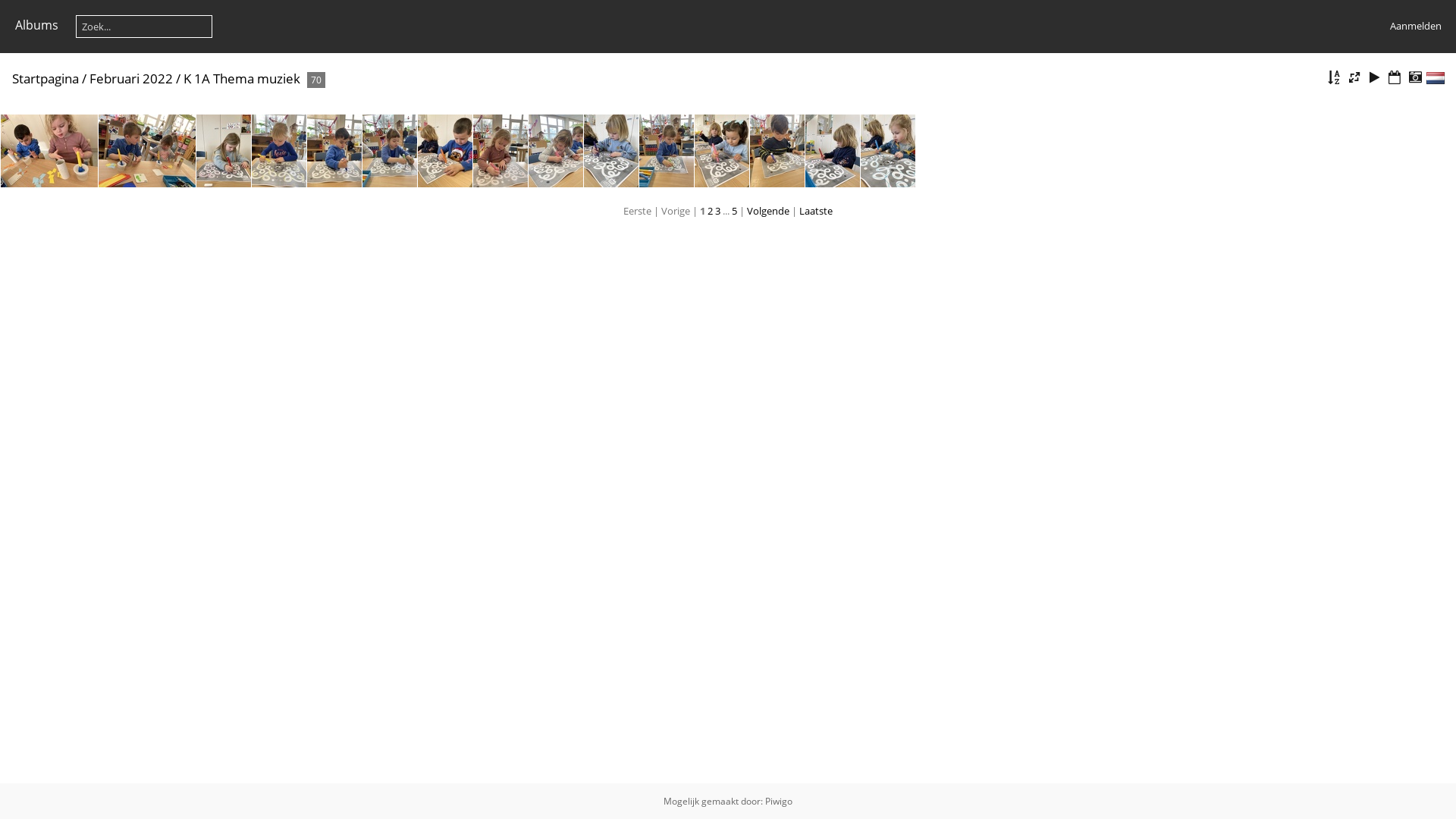  I want to click on 'Taal', so click(1436, 78).